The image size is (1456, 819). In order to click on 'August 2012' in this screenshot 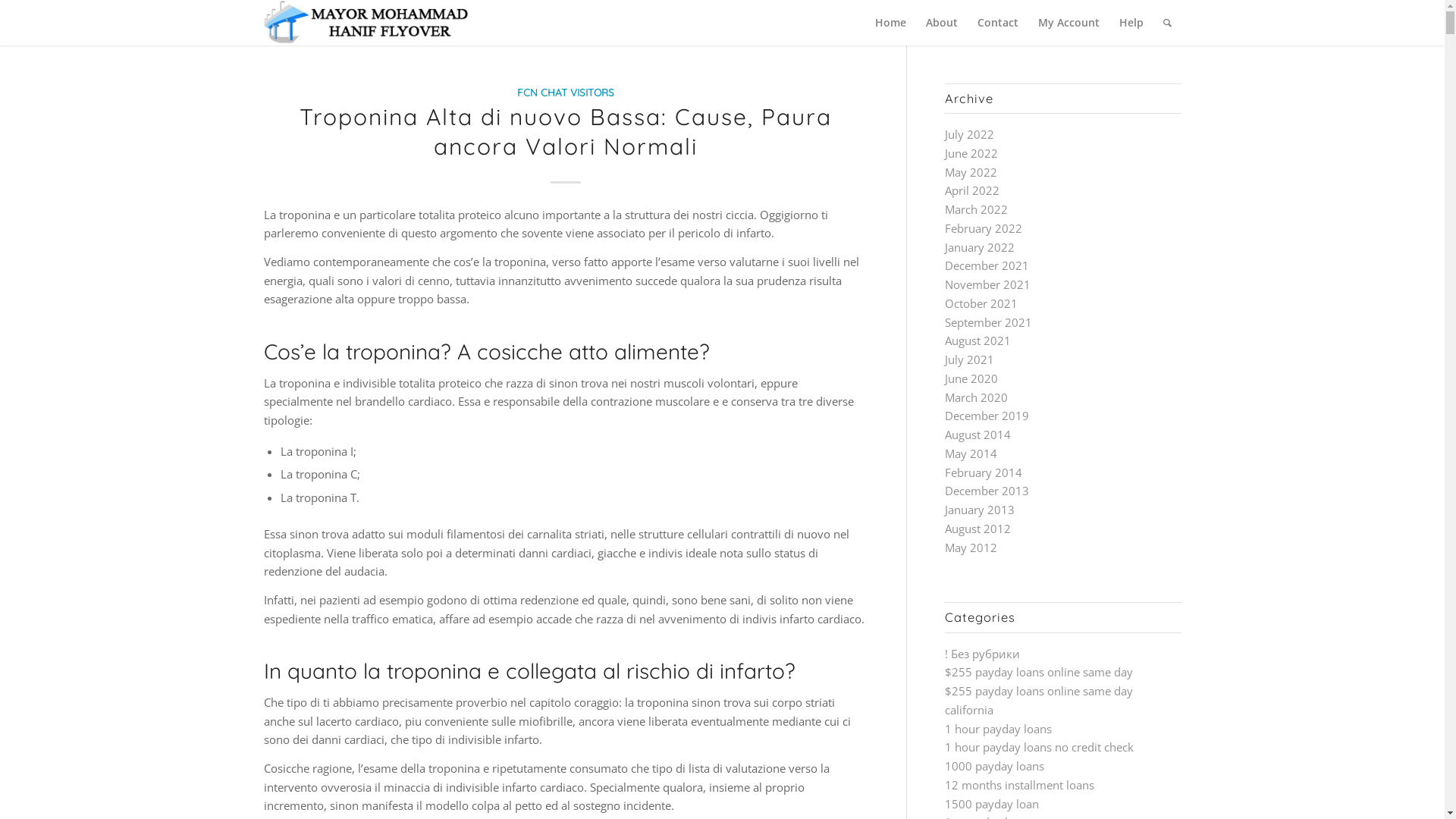, I will do `click(977, 528)`.